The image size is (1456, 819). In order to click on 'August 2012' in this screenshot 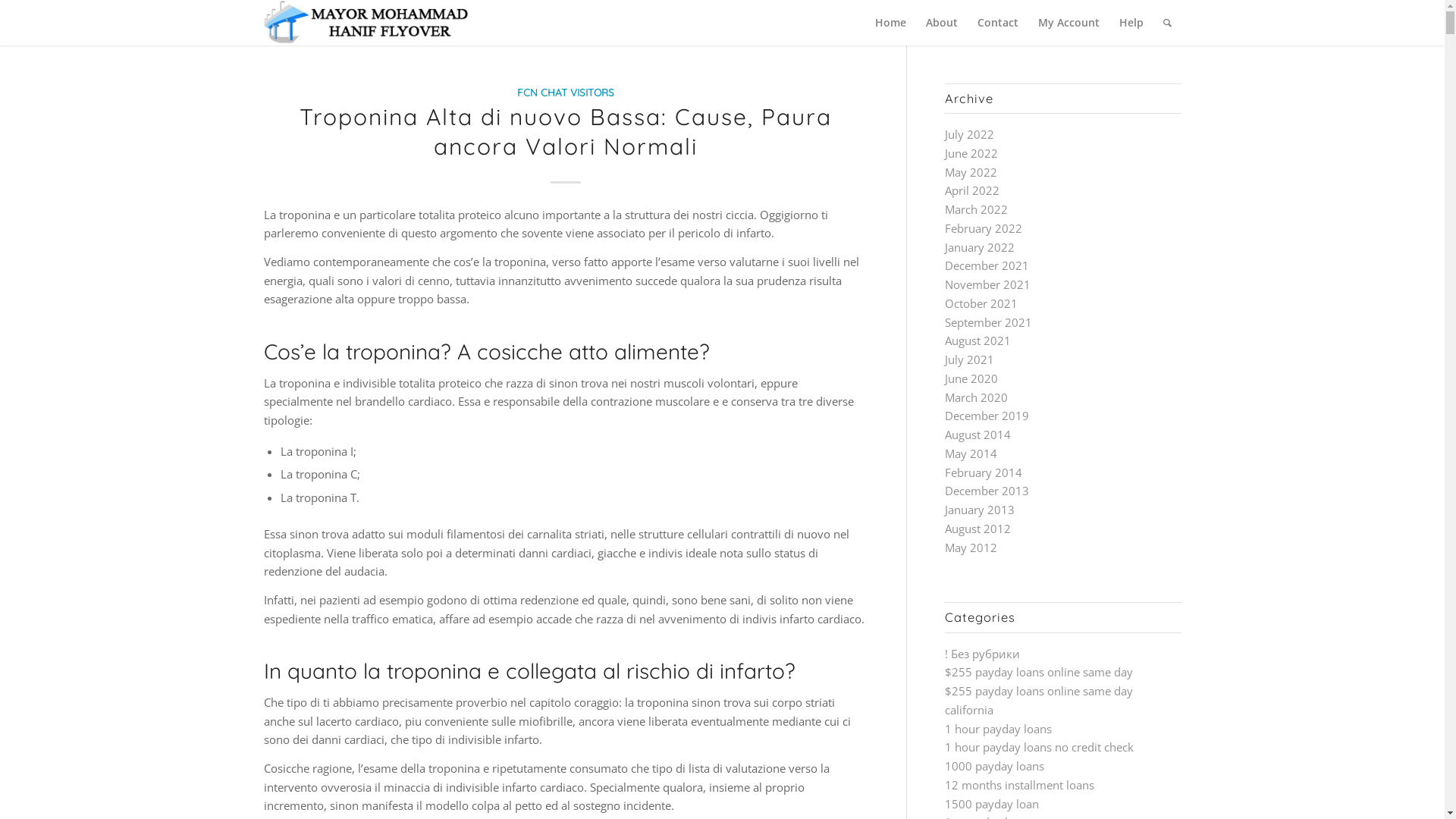, I will do `click(977, 528)`.